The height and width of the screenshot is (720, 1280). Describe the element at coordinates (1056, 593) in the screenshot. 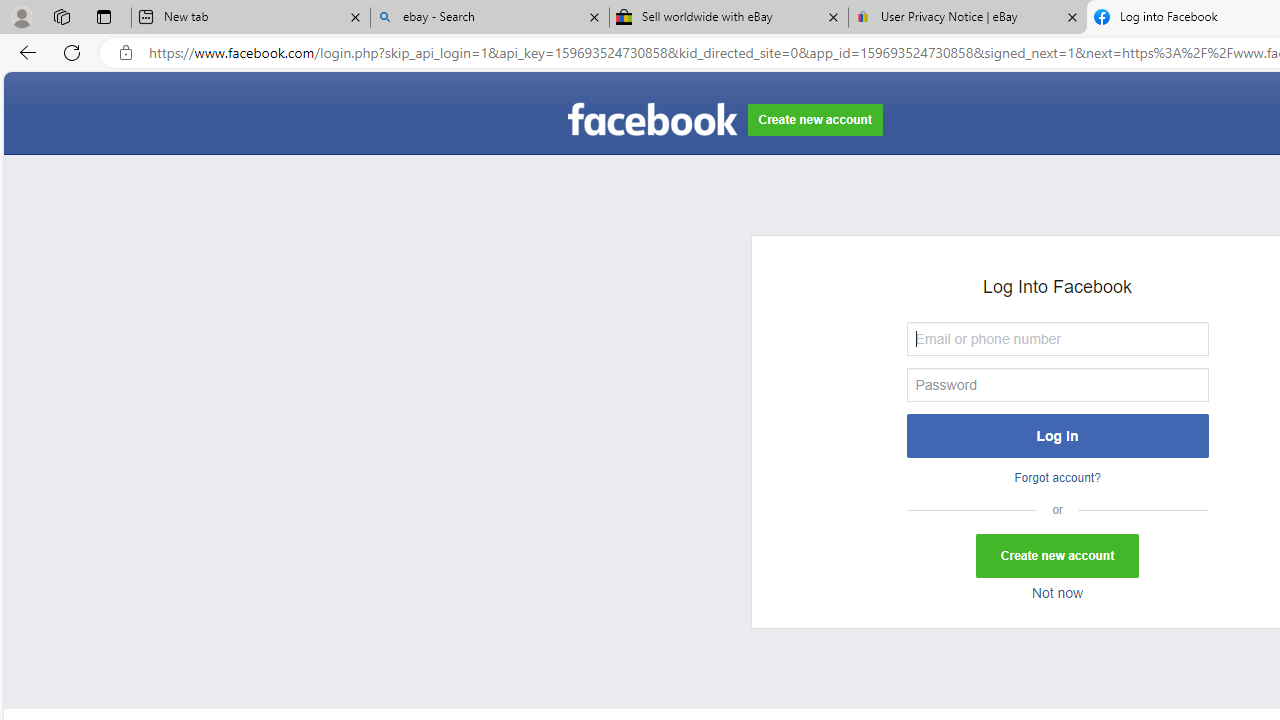

I see `'Not now'` at that location.